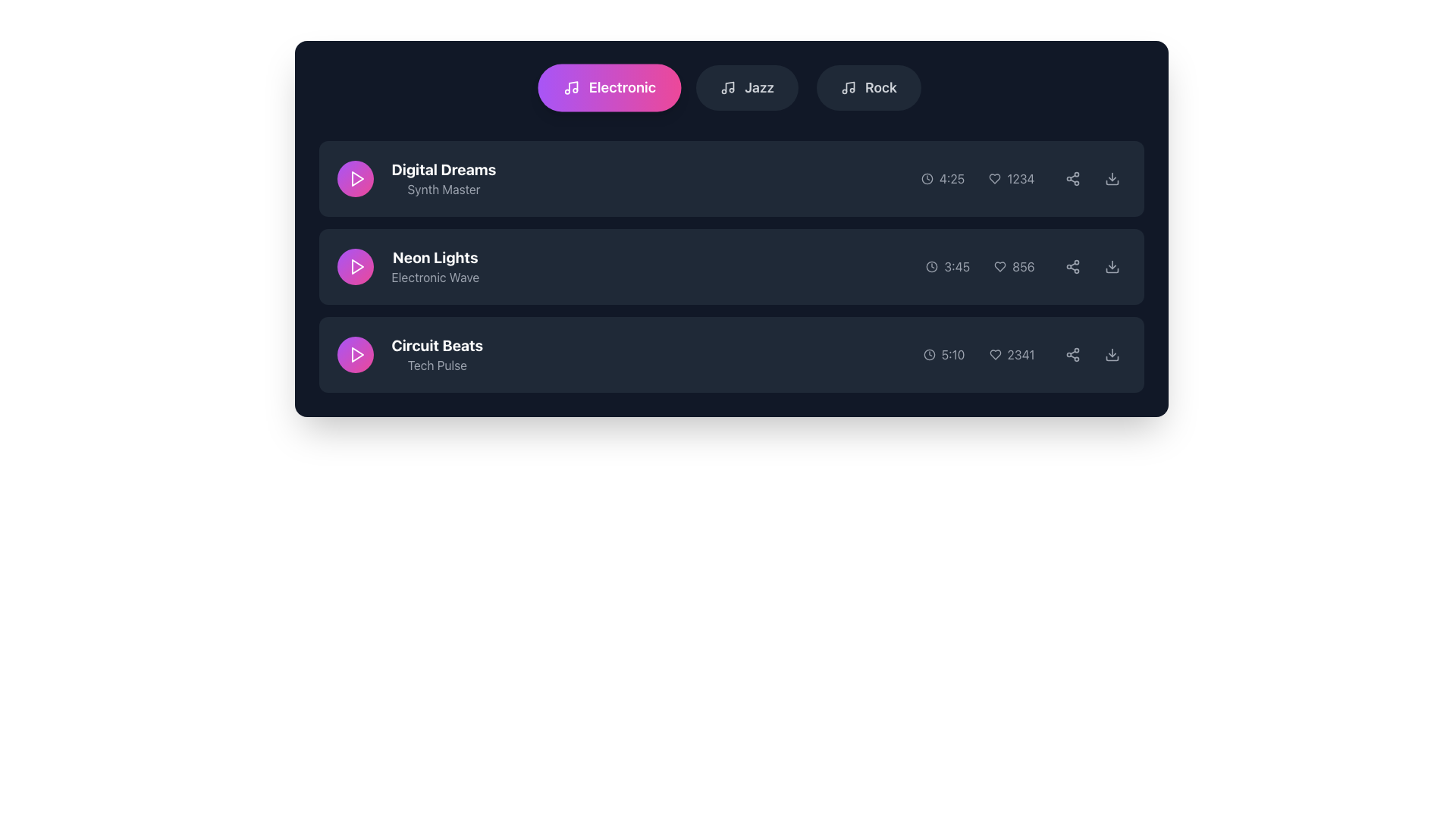 The width and height of the screenshot is (1456, 819). Describe the element at coordinates (354, 265) in the screenshot. I see `the circular button with a gradient background and a white play icon in the center to play the associated track` at that location.